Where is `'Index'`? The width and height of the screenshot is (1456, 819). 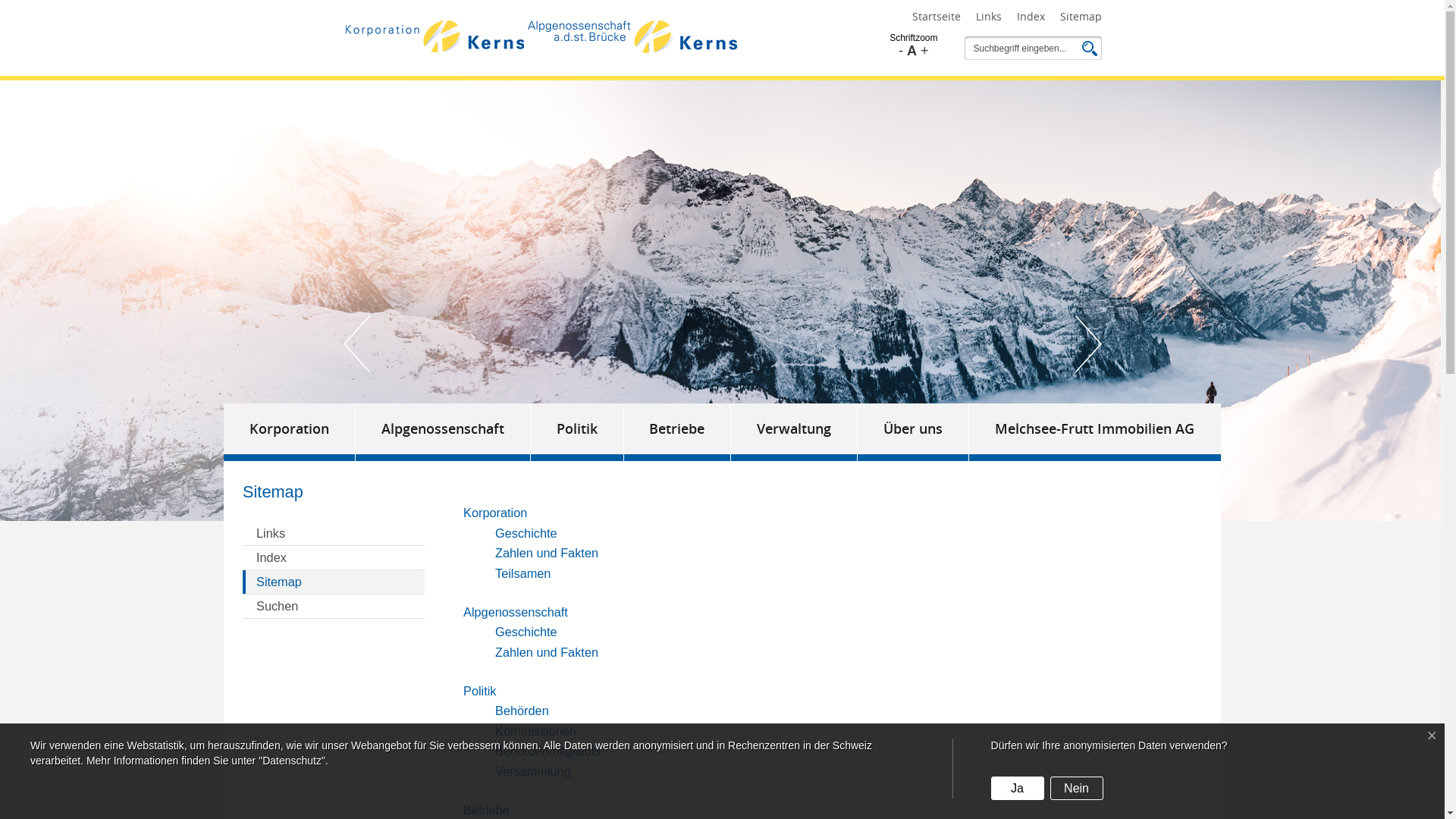
'Index' is located at coordinates (1030, 17).